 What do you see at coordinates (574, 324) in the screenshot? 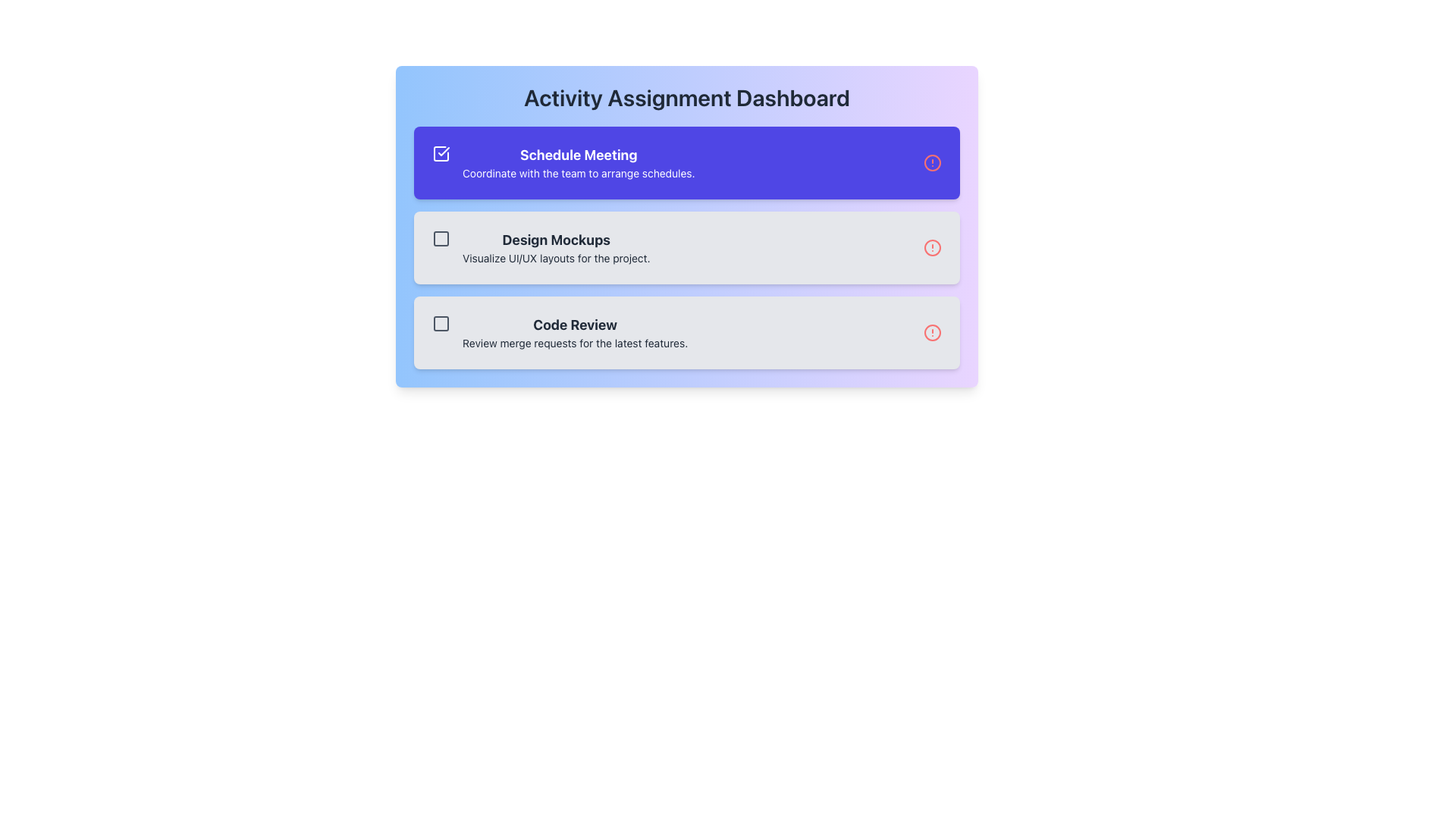
I see `the bold text label 'Code Review' that serves as a primary title in the section for reviewing merge requests` at bounding box center [574, 324].